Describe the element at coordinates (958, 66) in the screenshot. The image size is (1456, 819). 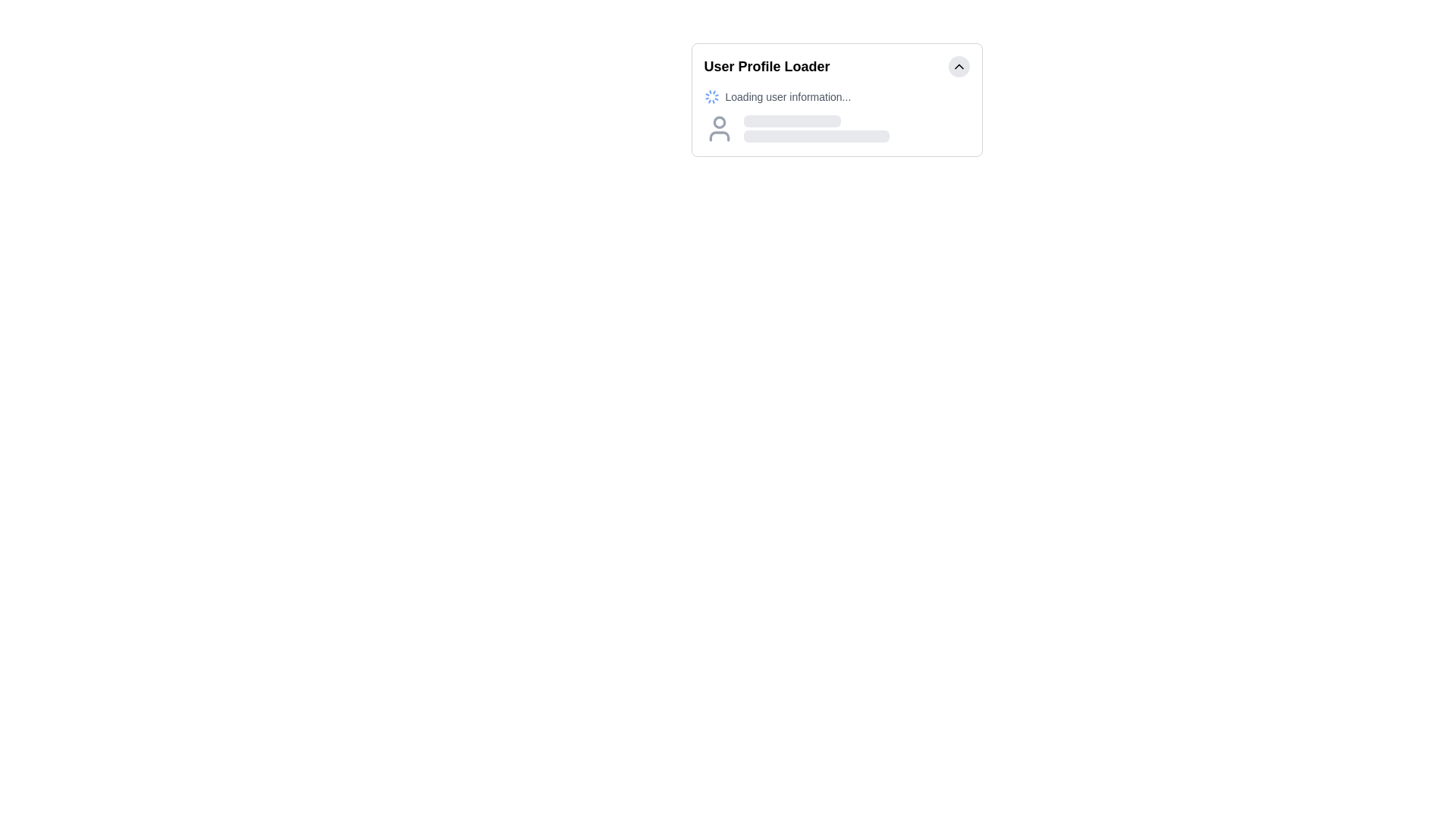
I see `the button on the far-right side of the 'User Profile Loader' component` at that location.